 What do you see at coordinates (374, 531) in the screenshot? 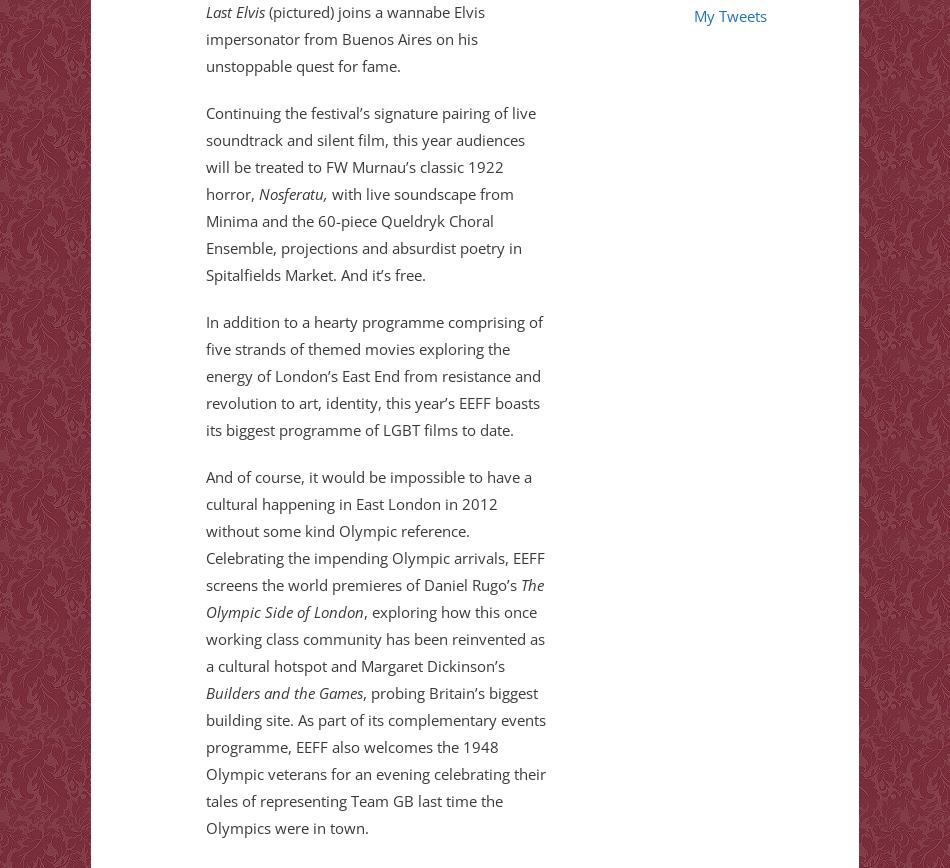
I see `'And of course, it would be impossible to have a cultural happening in East London in 2012 without some kind Olympic reference. Celebrating the impending Olympic arrivals, EEFF screens the world premieres of Daniel Rugo’s'` at bounding box center [374, 531].